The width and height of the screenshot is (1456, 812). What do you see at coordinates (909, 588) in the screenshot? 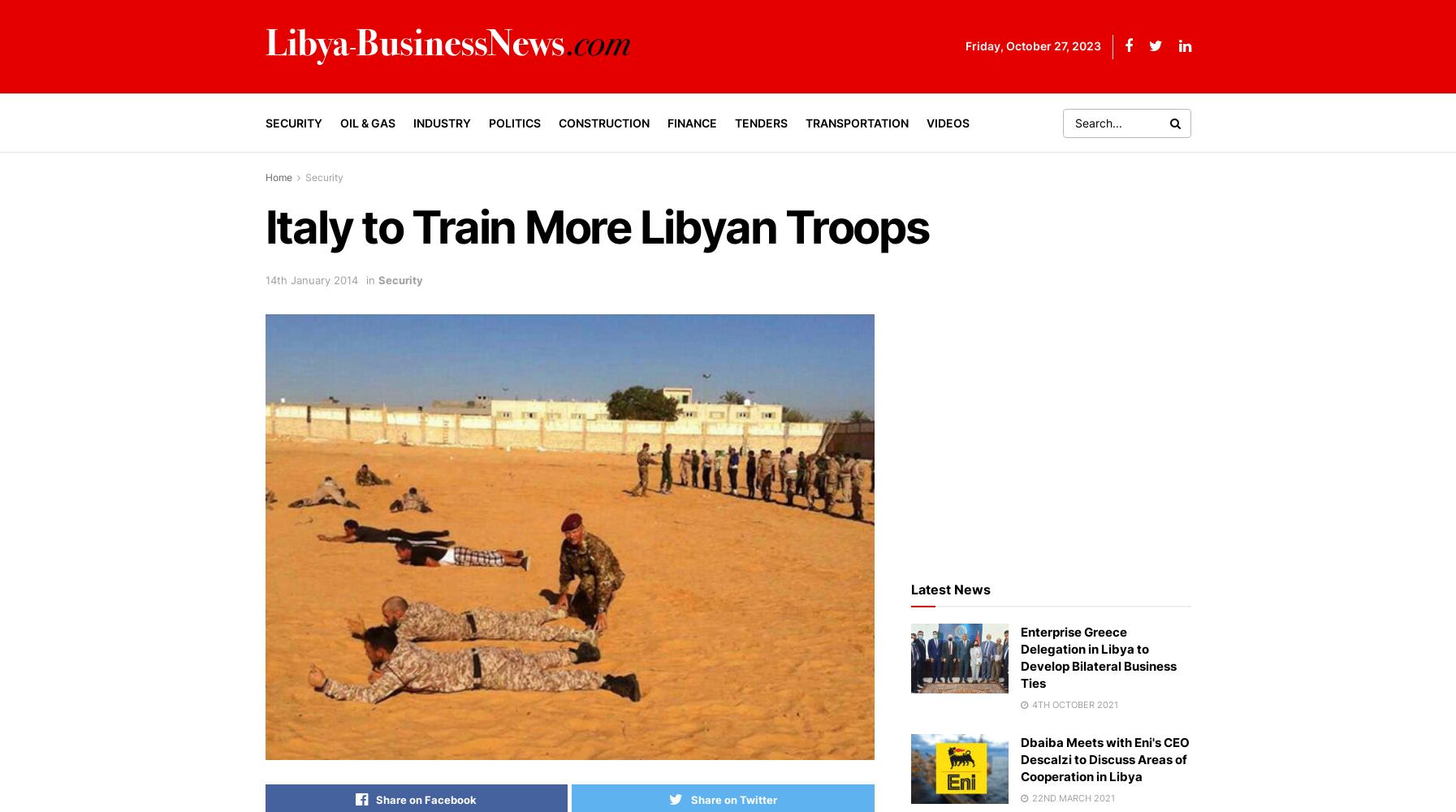
I see `'Latest News'` at bounding box center [909, 588].